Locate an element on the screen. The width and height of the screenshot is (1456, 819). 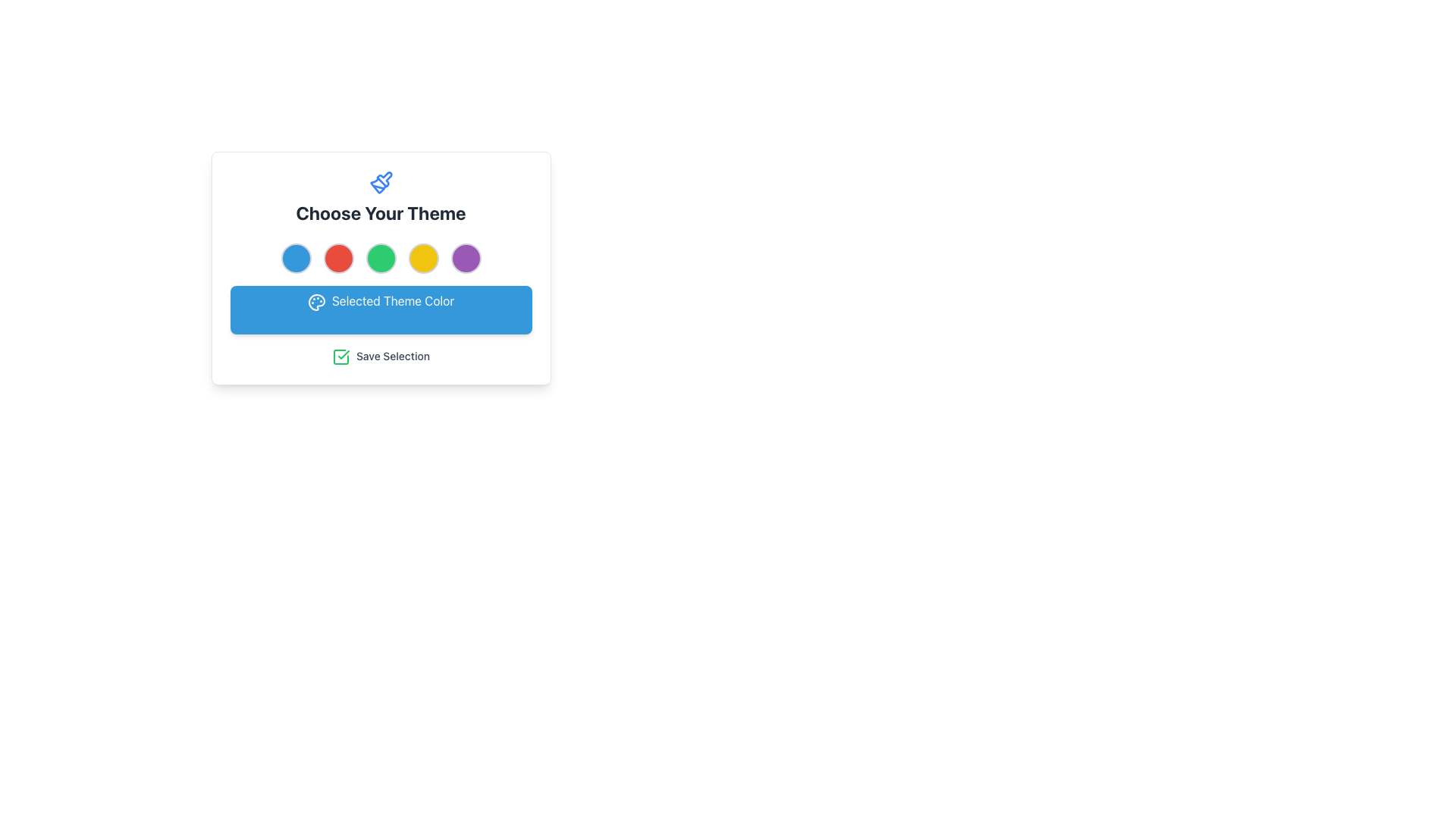
the blue paintbrush icon located above the 'Choose Your Theme' text, which is centered horizontally within the white card is located at coordinates (381, 181).